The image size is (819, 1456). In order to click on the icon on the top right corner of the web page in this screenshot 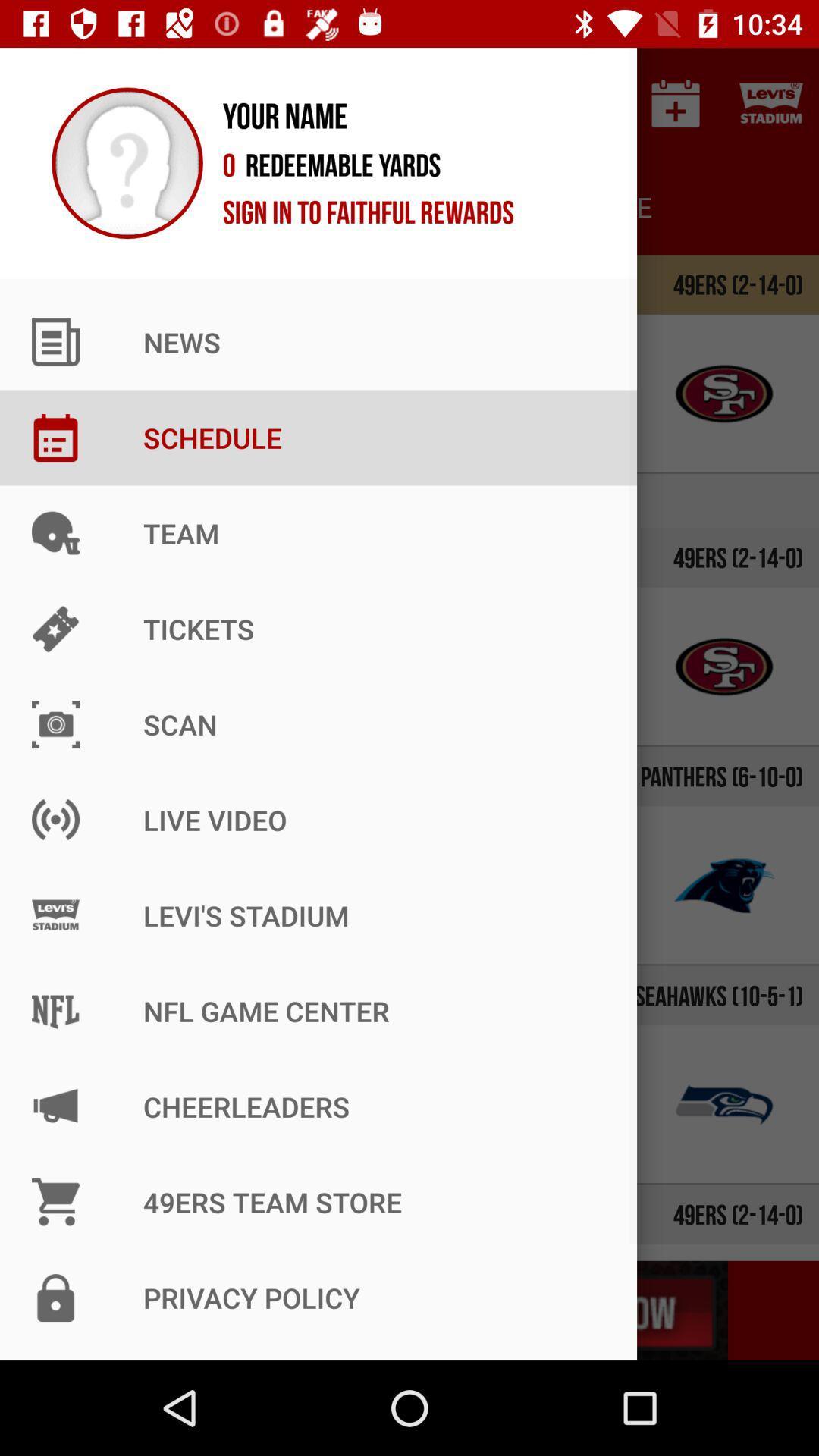, I will do `click(771, 103)`.